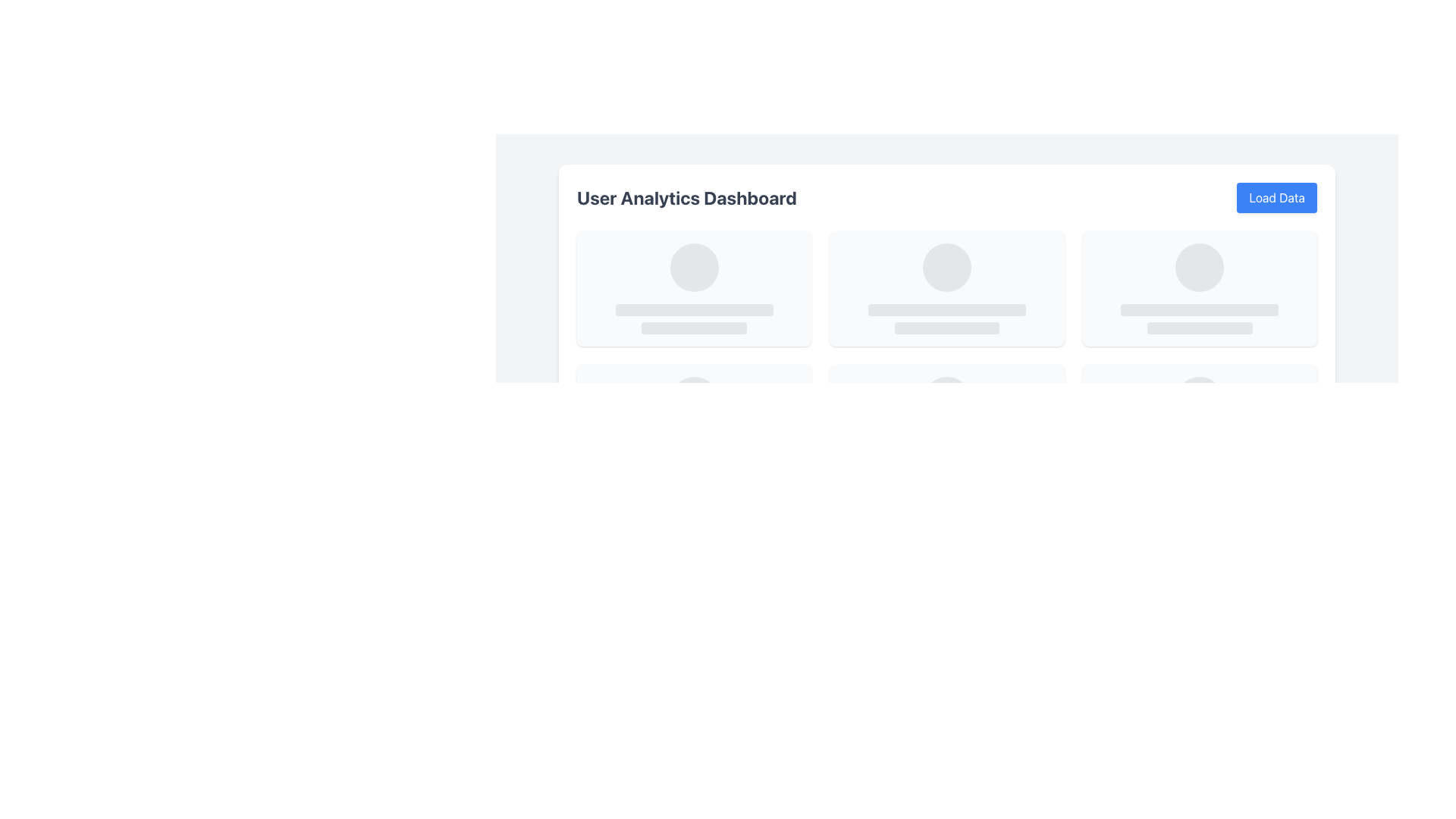 The width and height of the screenshot is (1456, 819). What do you see at coordinates (1276, 197) in the screenshot?
I see `the 'Load Data' button, which is a rectangular button with a vivid blue background and white text, located at the top-right corner of the User Analytics Dashboard` at bounding box center [1276, 197].